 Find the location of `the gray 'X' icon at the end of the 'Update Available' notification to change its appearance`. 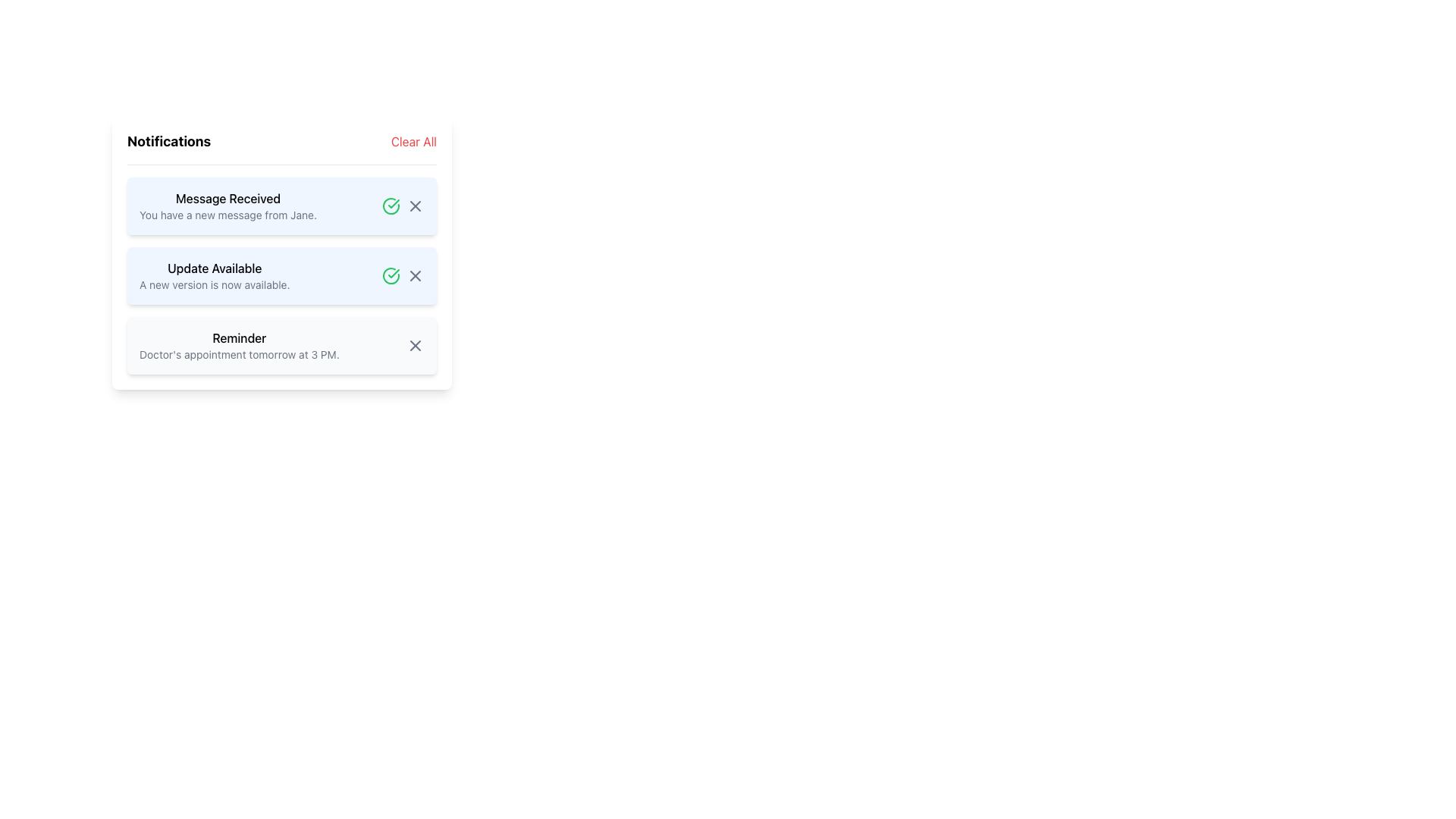

the gray 'X' icon at the end of the 'Update Available' notification to change its appearance is located at coordinates (415, 275).